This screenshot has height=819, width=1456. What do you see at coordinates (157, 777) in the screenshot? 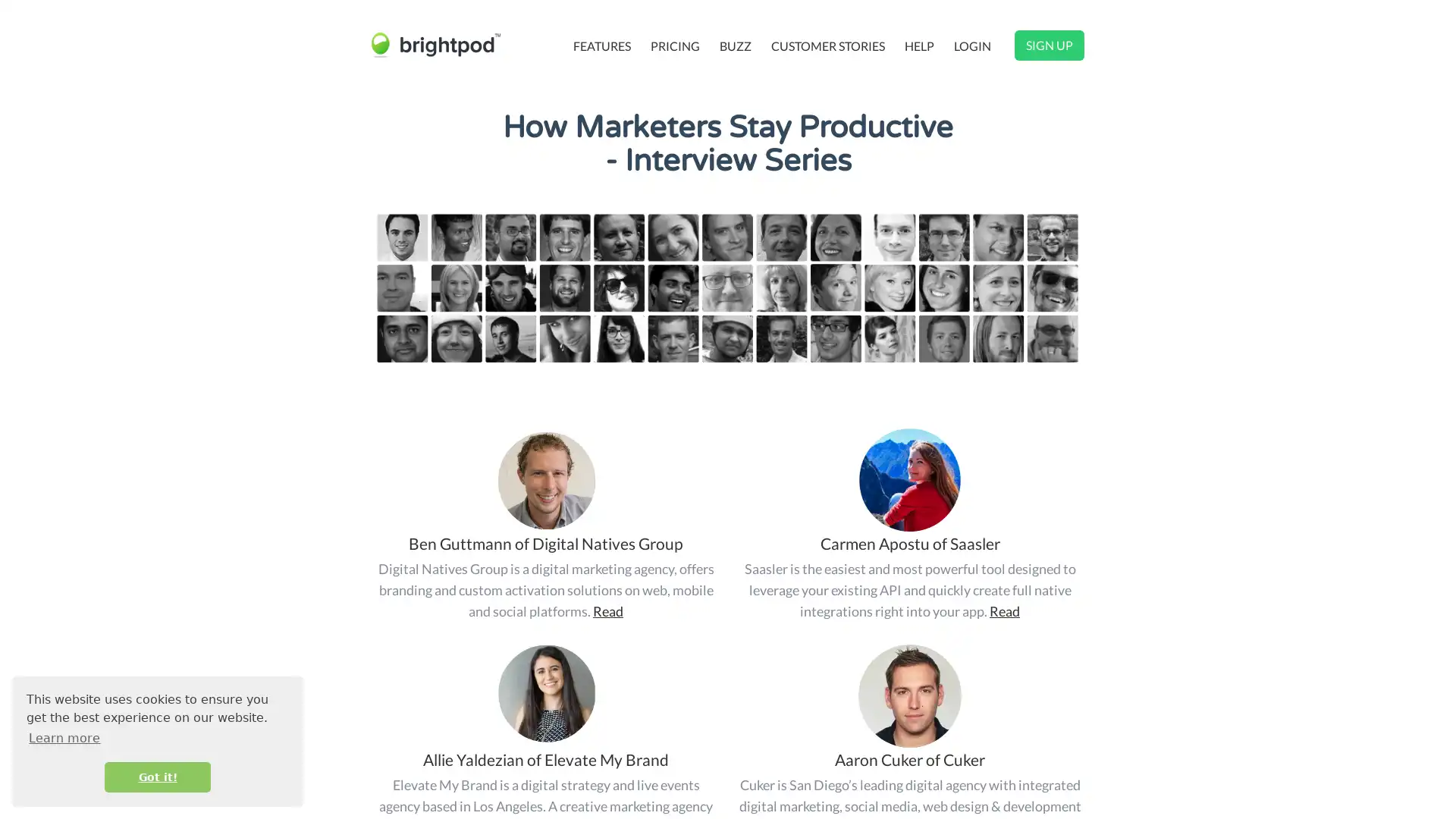
I see `dismiss cookie message` at bounding box center [157, 777].